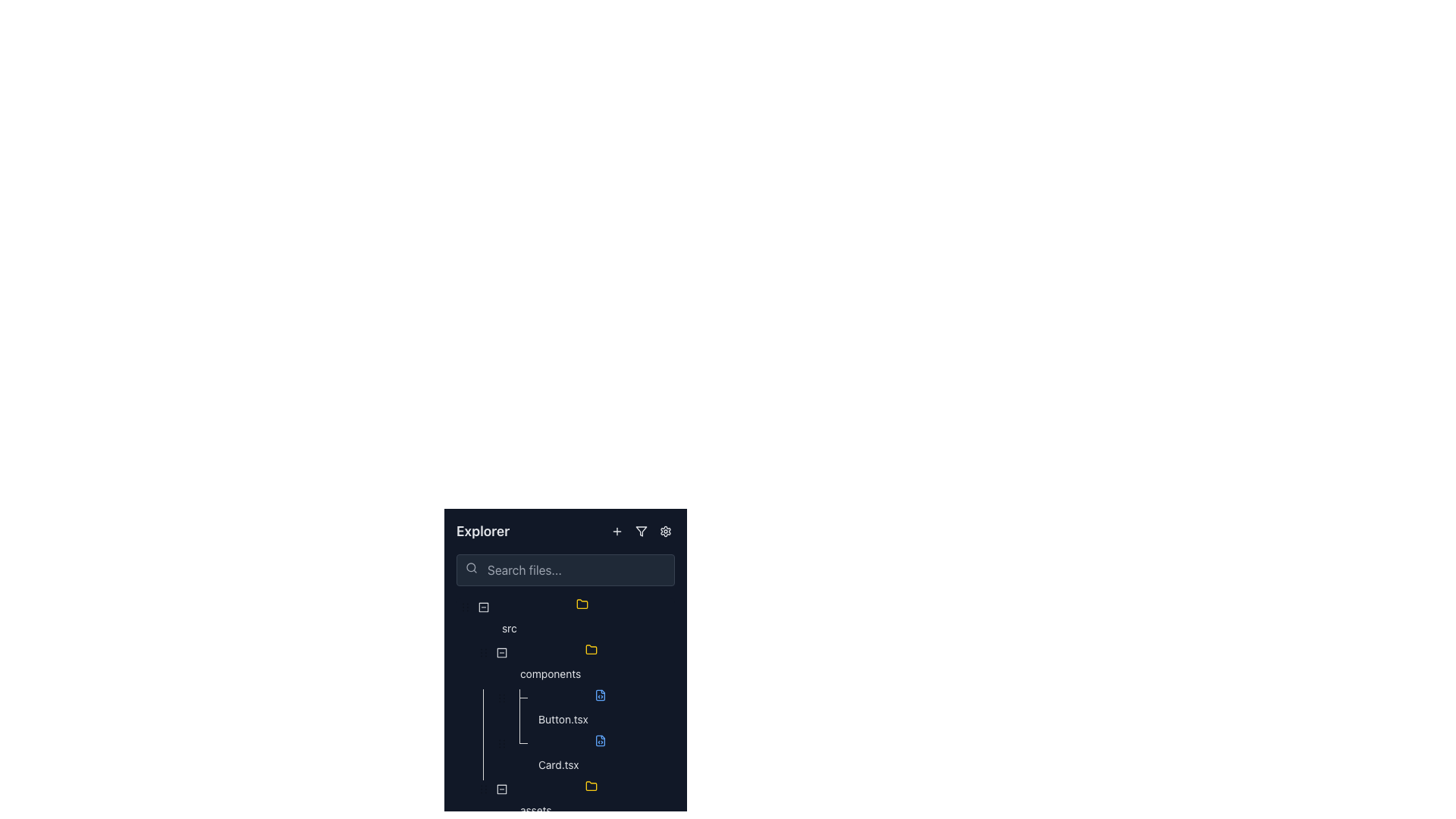 Image resolution: width=1456 pixels, height=819 pixels. What do you see at coordinates (502, 664) in the screenshot?
I see `the Tree collapse/expand toggle icon, which resembles a minus symbol enclosed within a square, located near the left side of the hierarchical file tree view above the 'components' folder` at bounding box center [502, 664].